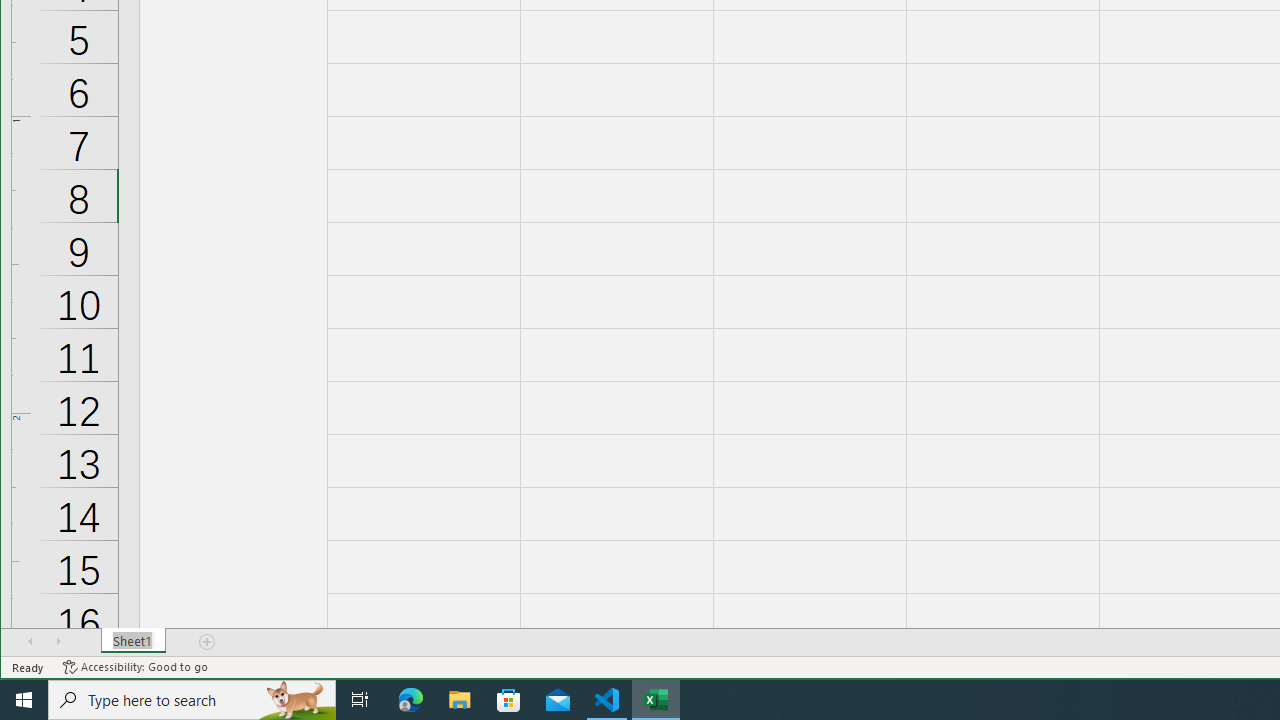 The height and width of the screenshot is (720, 1280). What do you see at coordinates (410, 698) in the screenshot?
I see `'Microsoft Edge'` at bounding box center [410, 698].